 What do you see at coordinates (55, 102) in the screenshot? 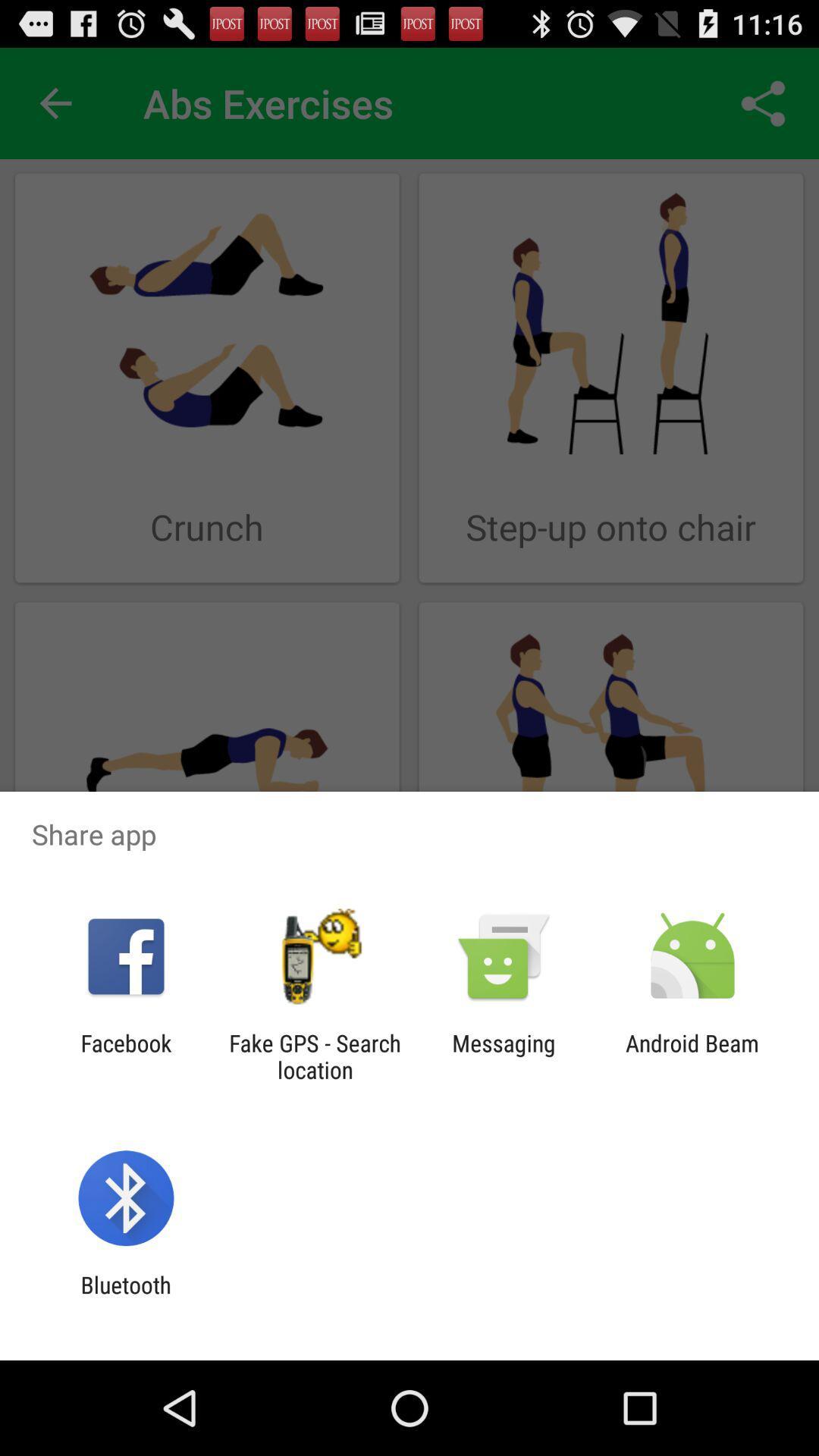
I see `the item next to the abs exercises app` at bounding box center [55, 102].